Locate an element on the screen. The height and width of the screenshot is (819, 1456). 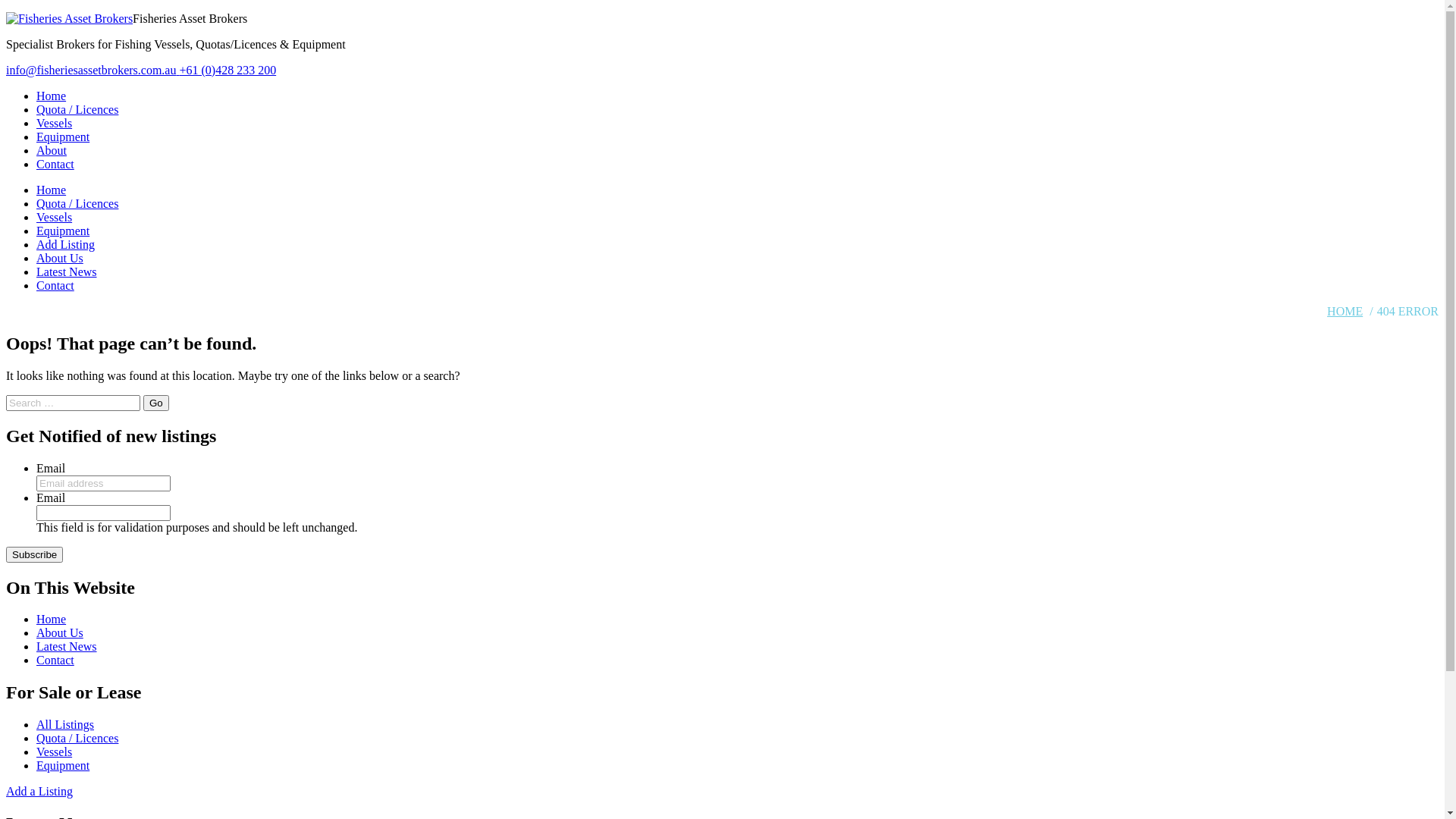
'Vessels' is located at coordinates (36, 122).